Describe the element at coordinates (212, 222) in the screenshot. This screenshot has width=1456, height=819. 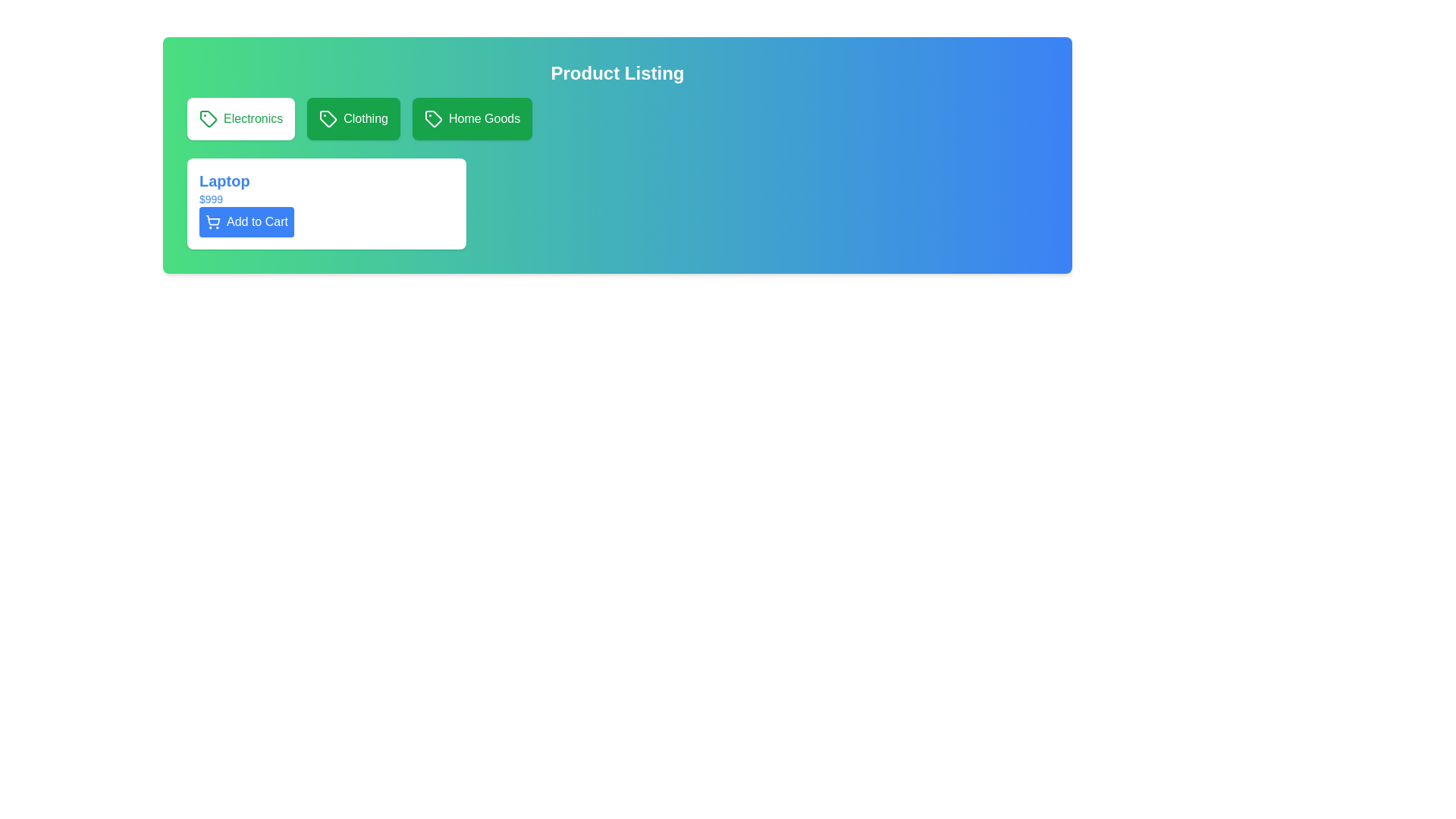
I see `the shopping cart icon located to the left of the 'Add to Cart' button, which is a minimalistic line drawing with circular wheels and a rectangular basket` at that location.